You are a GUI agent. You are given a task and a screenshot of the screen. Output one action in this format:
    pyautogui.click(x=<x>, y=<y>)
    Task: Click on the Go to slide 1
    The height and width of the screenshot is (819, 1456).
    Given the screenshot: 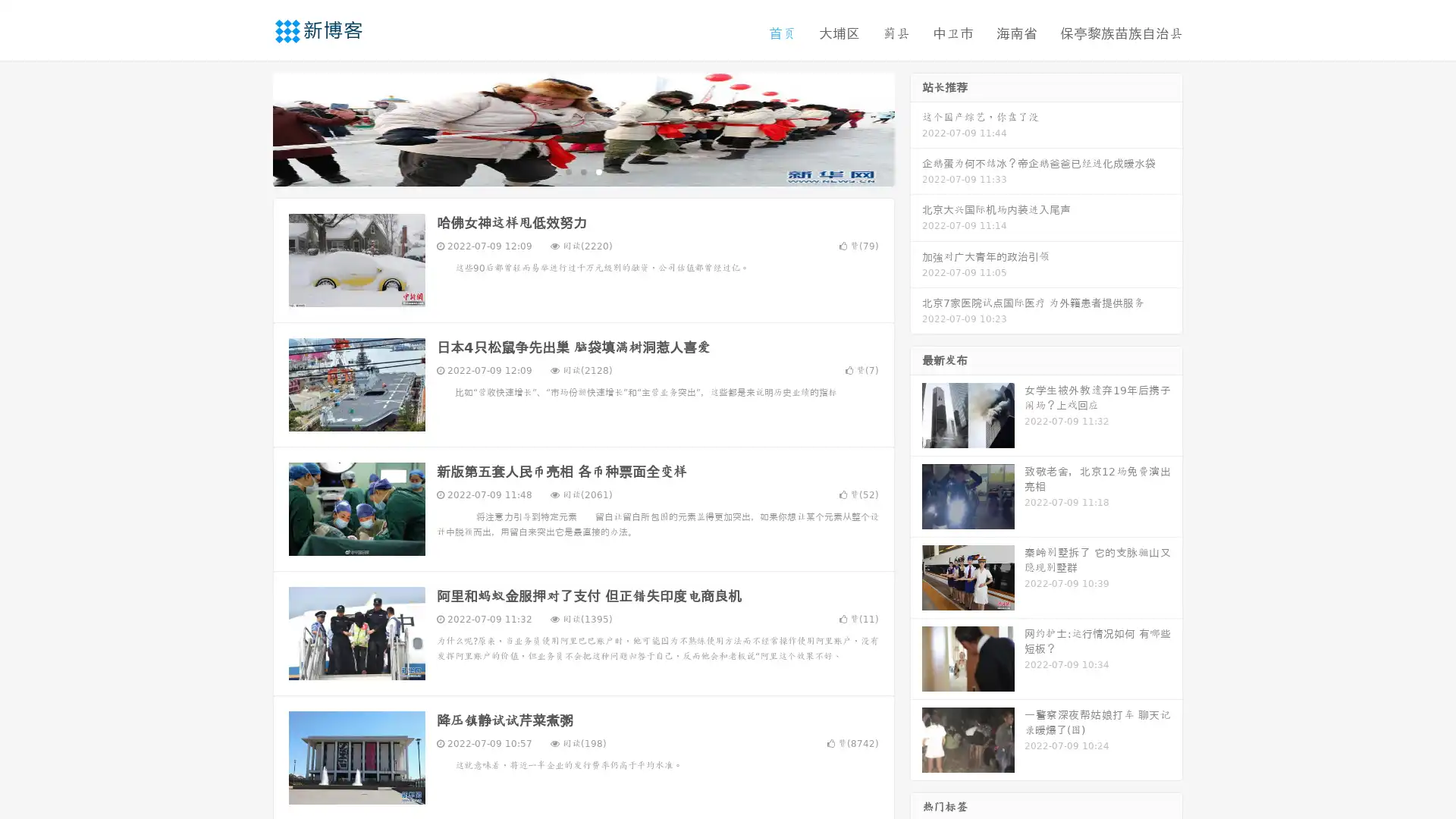 What is the action you would take?
    pyautogui.click(x=567, y=171)
    